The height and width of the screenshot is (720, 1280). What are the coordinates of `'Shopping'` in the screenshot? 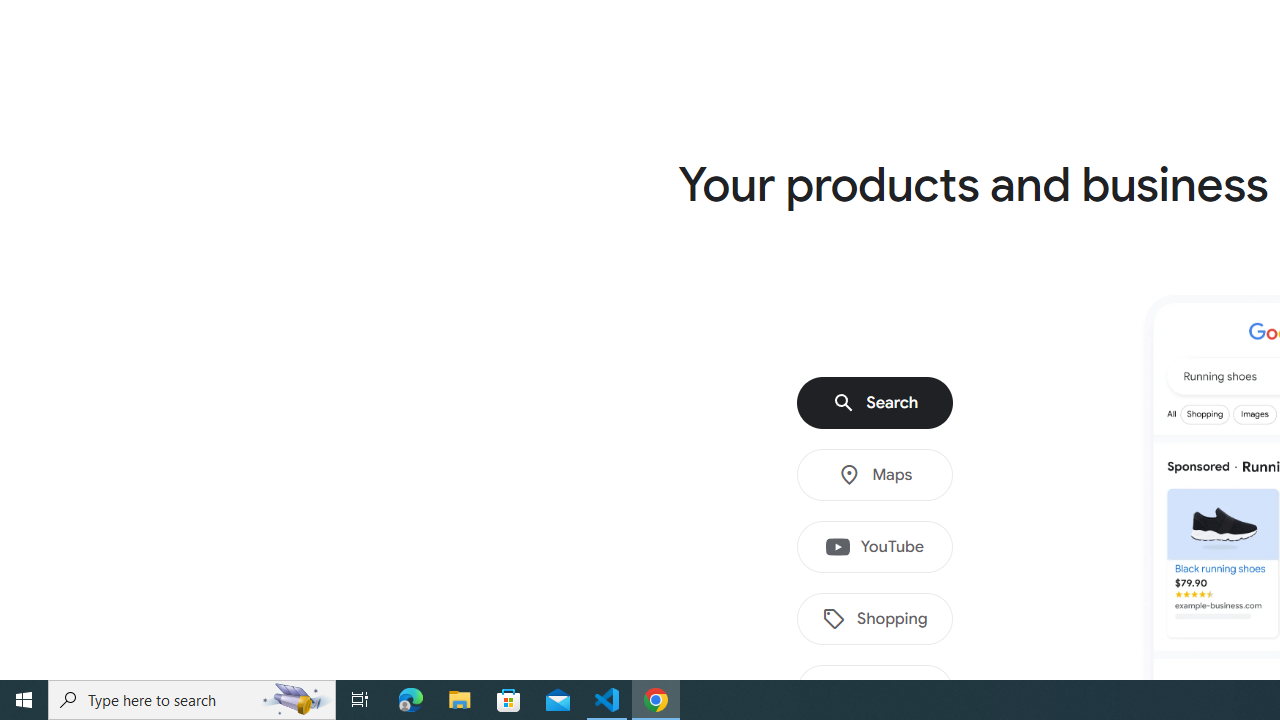 It's located at (875, 618).